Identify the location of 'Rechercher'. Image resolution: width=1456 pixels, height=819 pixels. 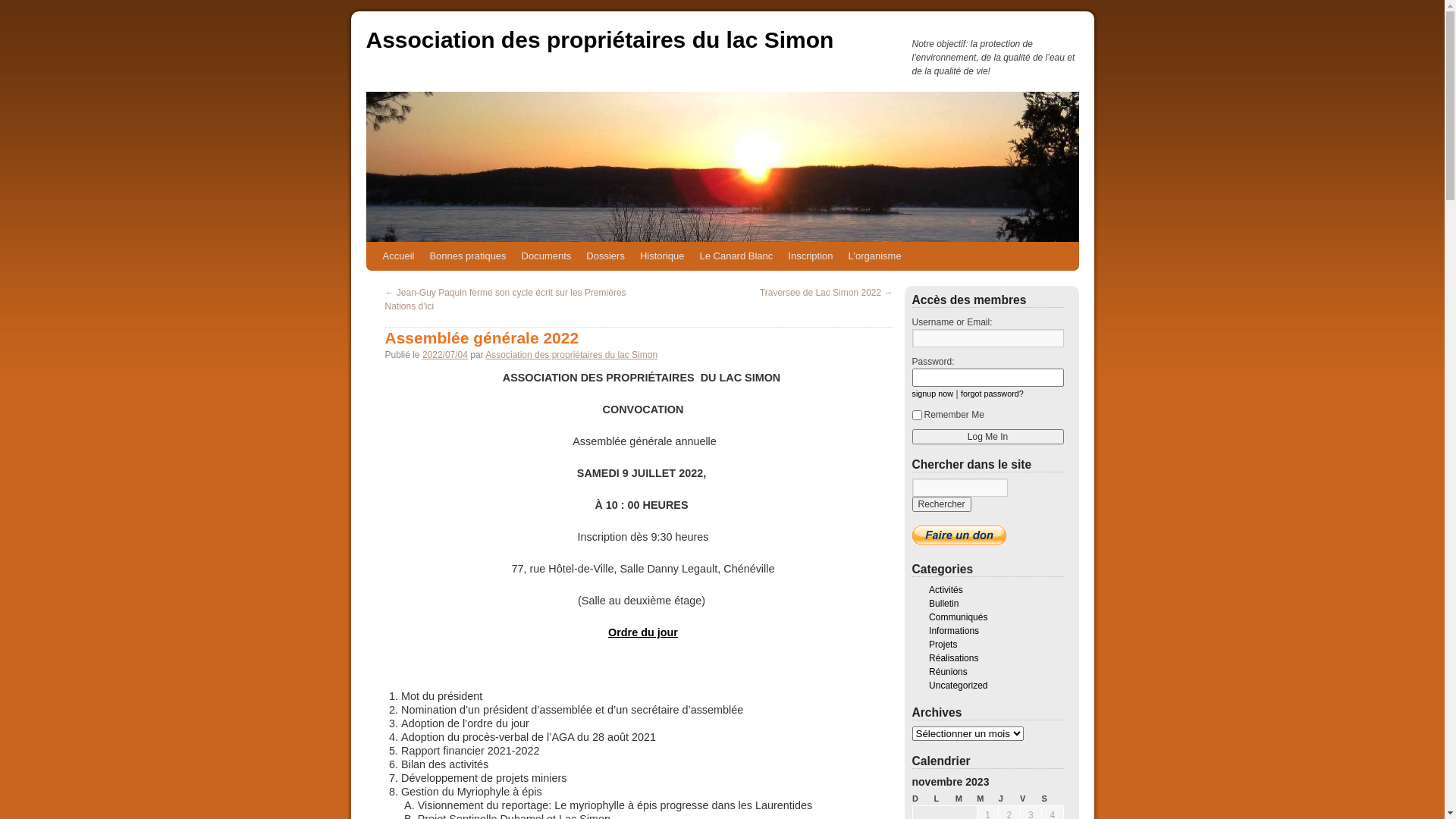
(910, 504).